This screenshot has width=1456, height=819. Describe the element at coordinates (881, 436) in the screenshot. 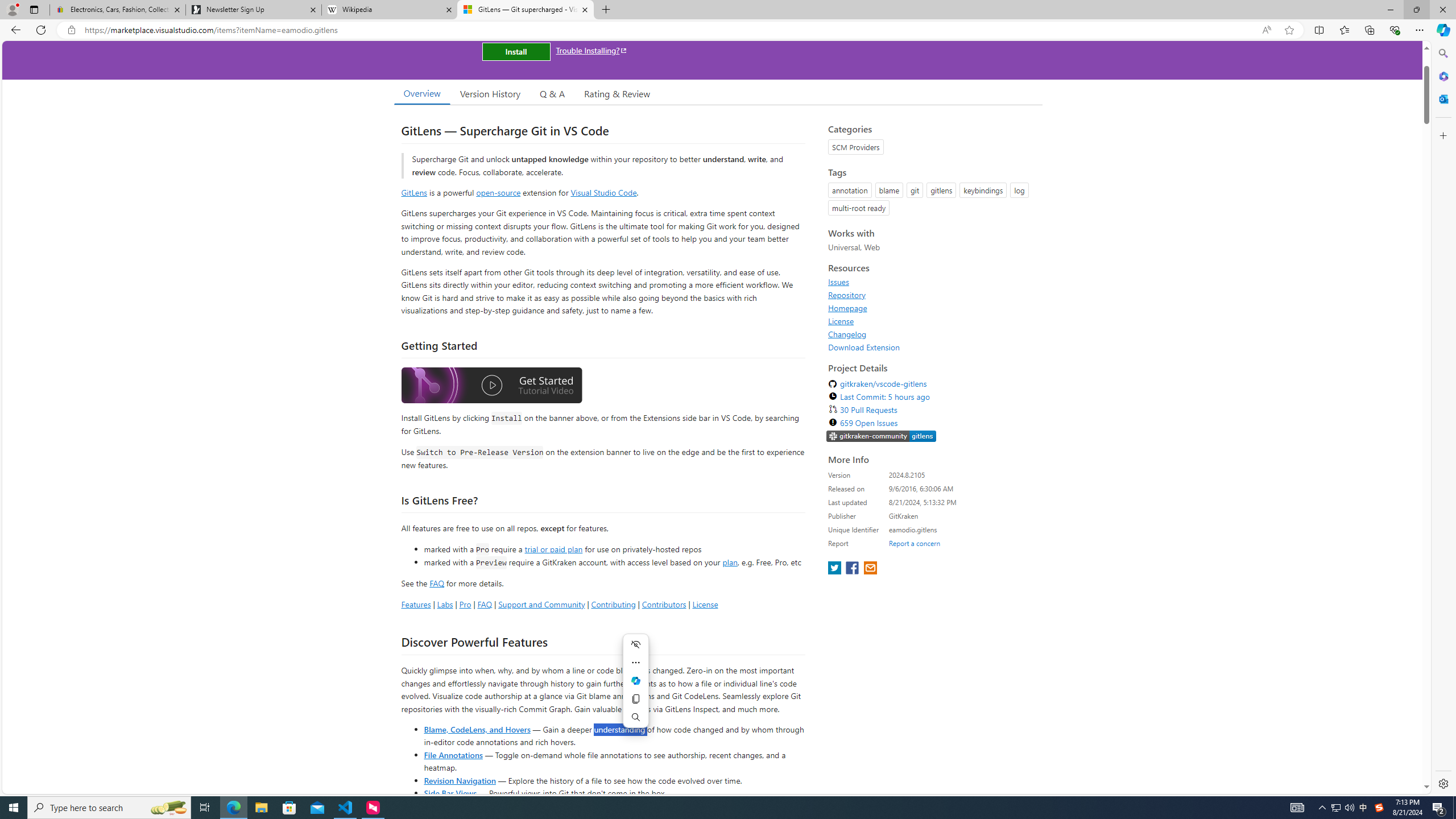

I see `'https://slack.gitkraken.com//'` at that location.